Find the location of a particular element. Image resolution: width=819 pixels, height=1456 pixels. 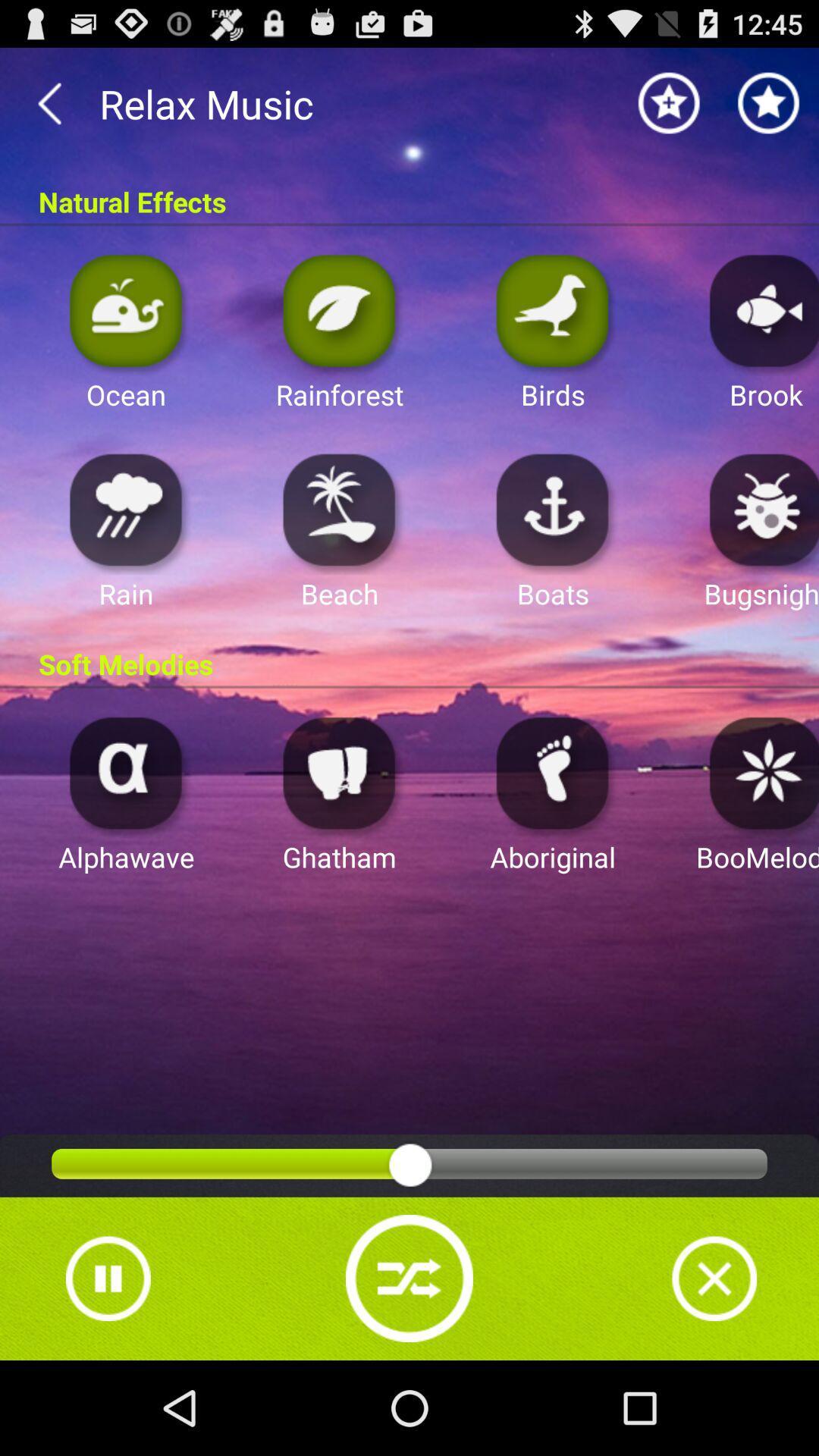

acess beach item is located at coordinates (339, 509).